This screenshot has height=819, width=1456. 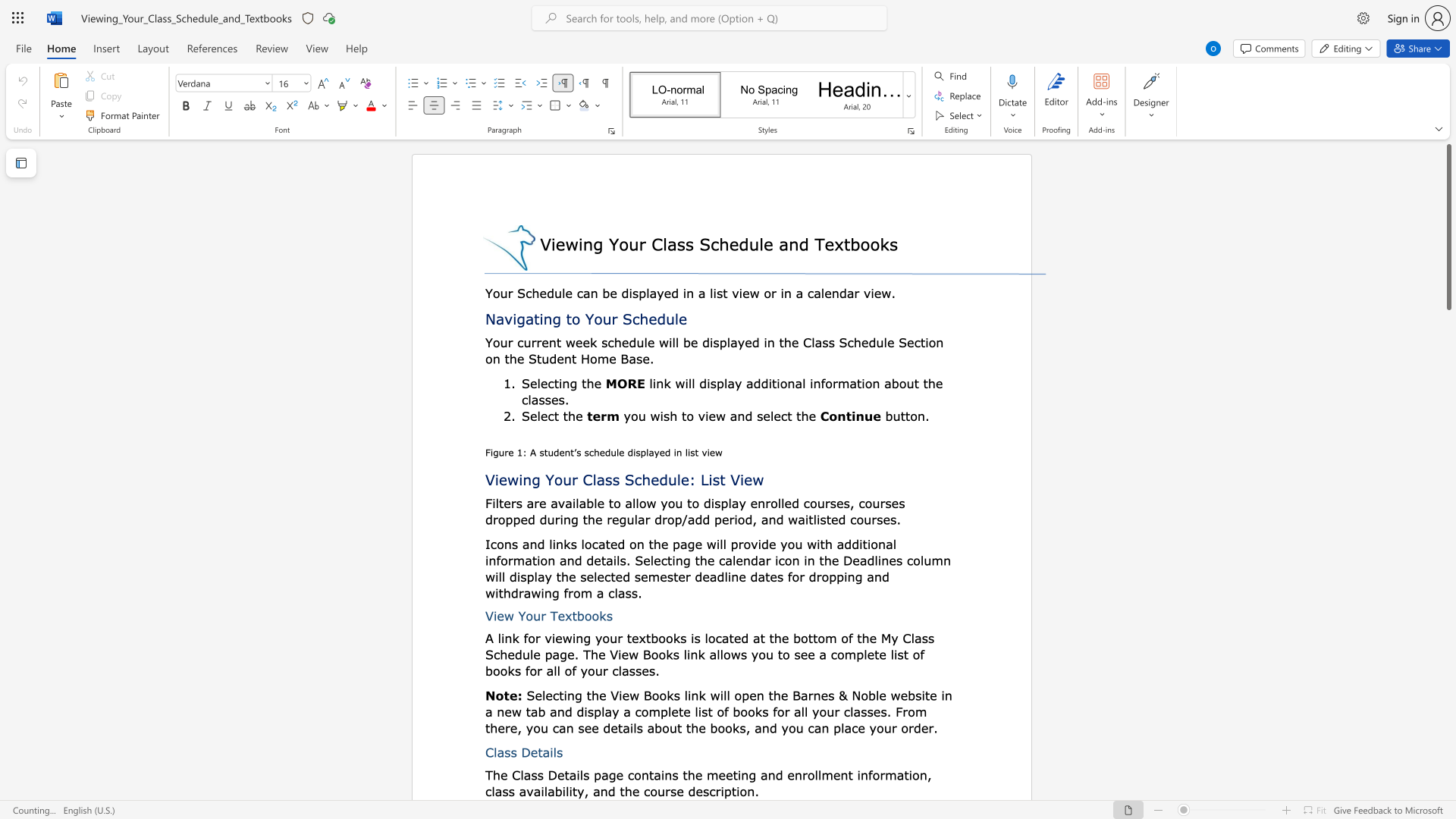 What do you see at coordinates (1448, 537) in the screenshot?
I see `the scrollbar on the right` at bounding box center [1448, 537].